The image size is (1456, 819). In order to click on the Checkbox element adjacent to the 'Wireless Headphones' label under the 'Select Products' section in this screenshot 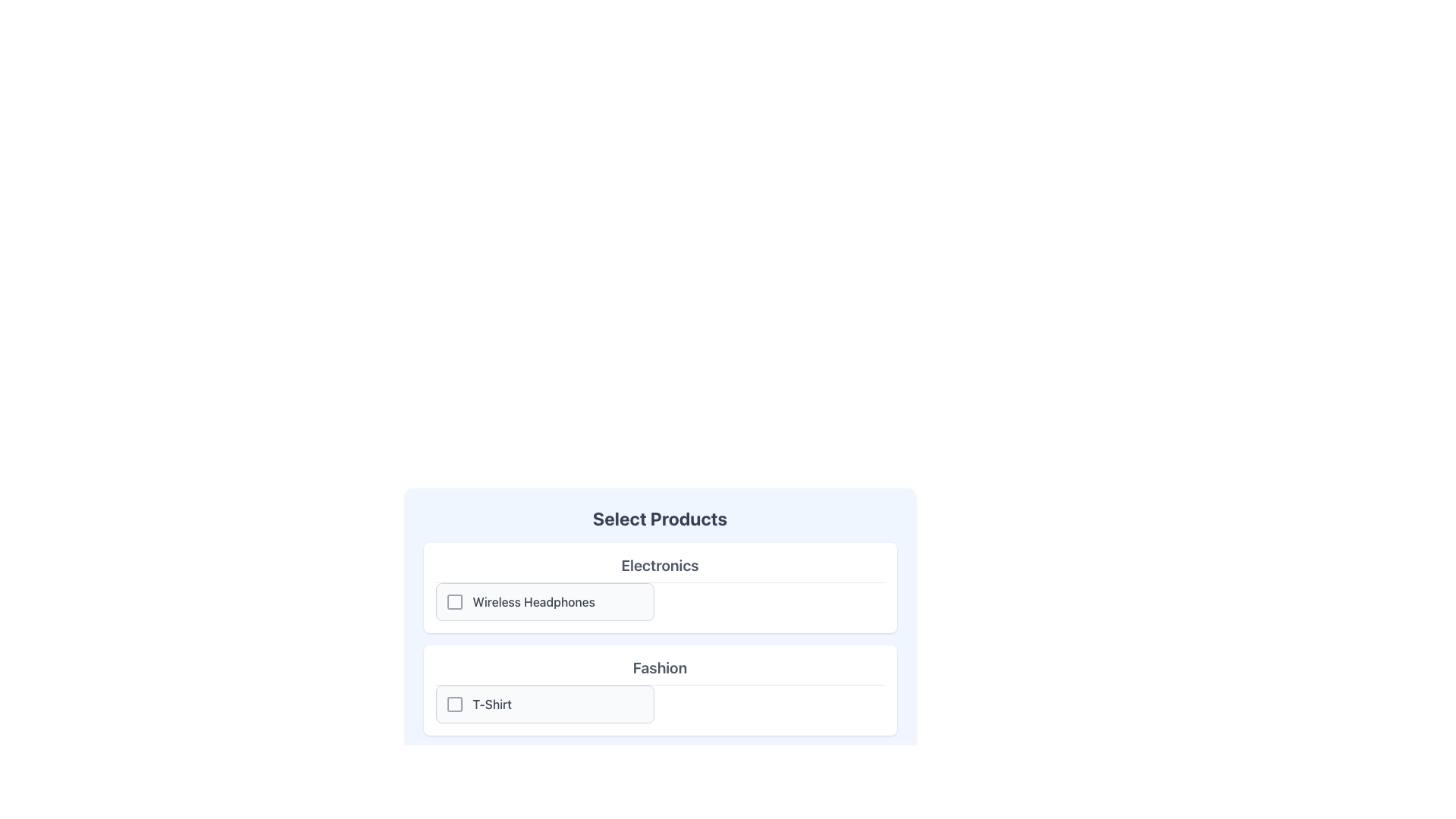, I will do `click(453, 601)`.